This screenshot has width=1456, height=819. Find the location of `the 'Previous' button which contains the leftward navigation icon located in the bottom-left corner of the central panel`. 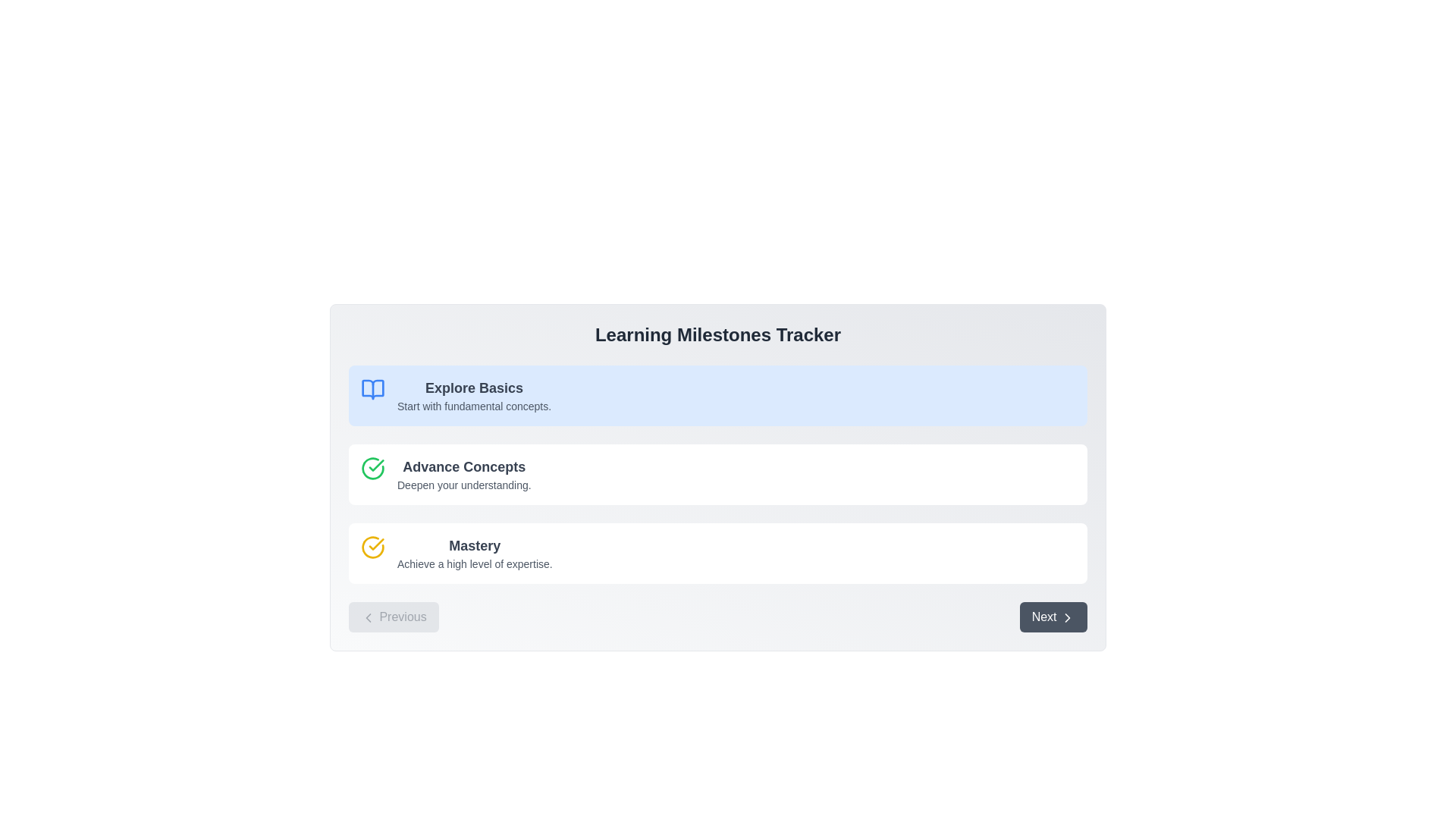

the 'Previous' button which contains the leftward navigation icon located in the bottom-left corner of the central panel is located at coordinates (368, 617).